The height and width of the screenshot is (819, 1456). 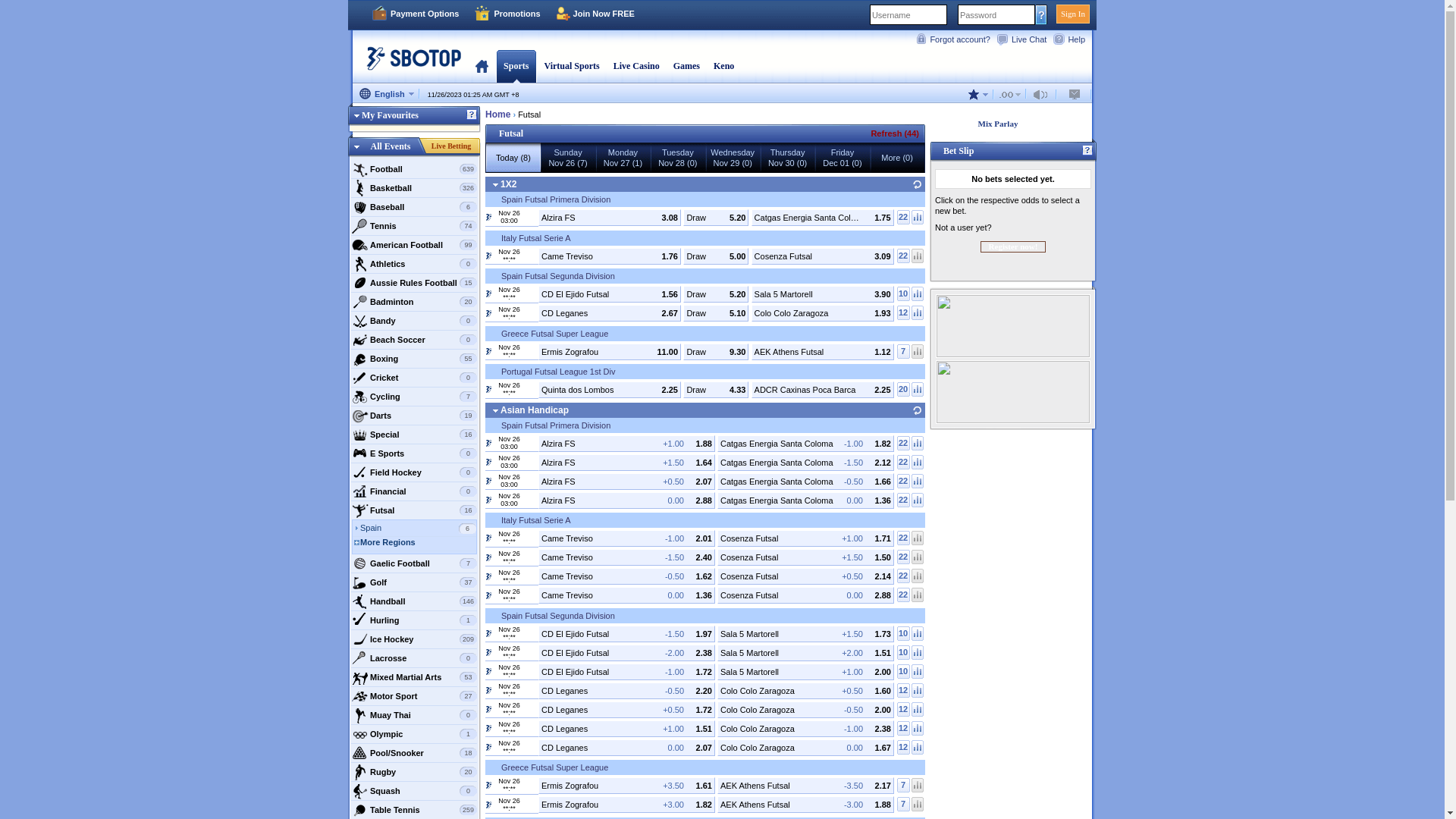 What do you see at coordinates (715, 217) in the screenshot?
I see `'5.20` at bounding box center [715, 217].